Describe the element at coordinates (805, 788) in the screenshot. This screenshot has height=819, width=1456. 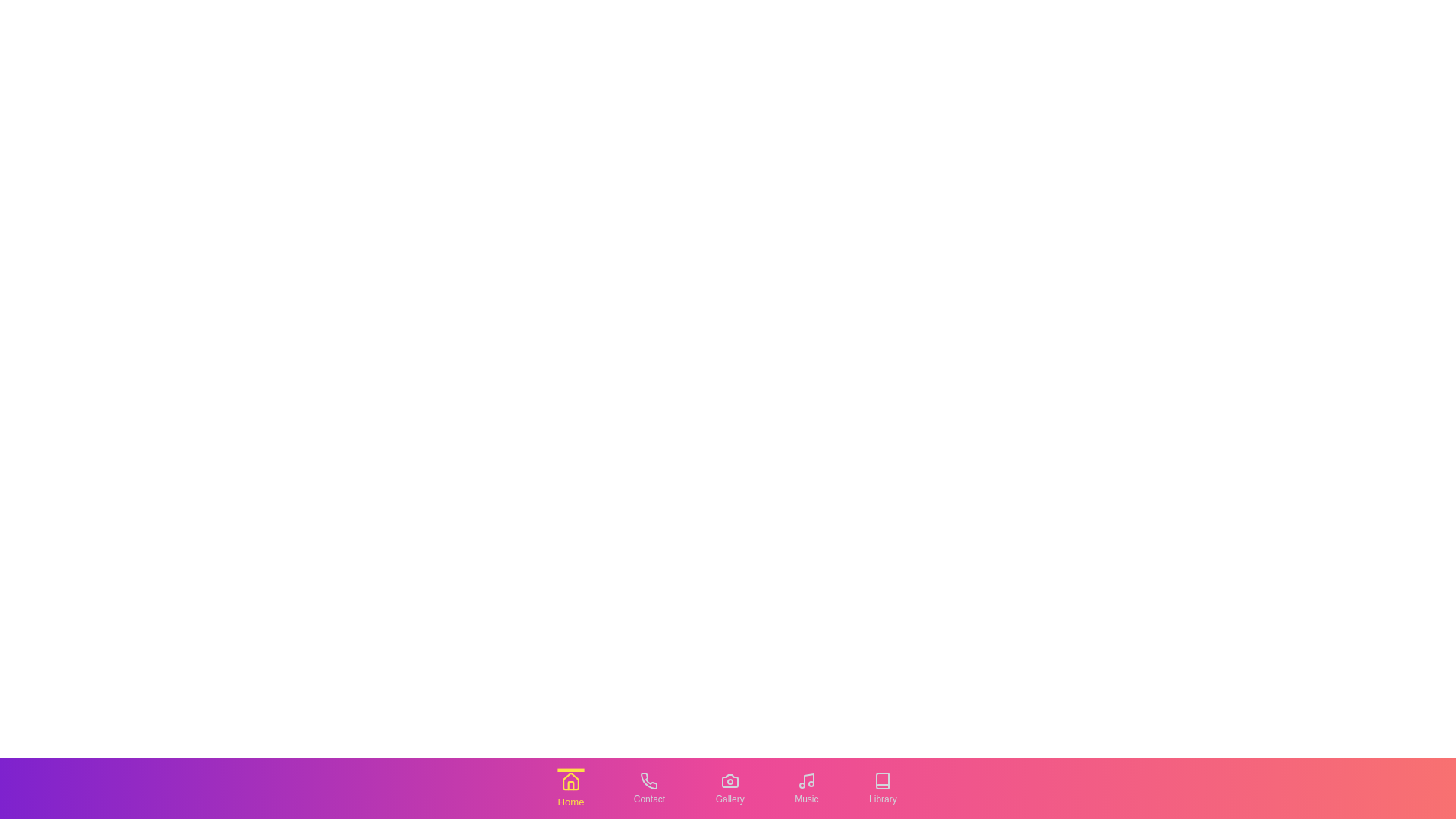
I see `the tab labeled Music to switch to that tab` at that location.